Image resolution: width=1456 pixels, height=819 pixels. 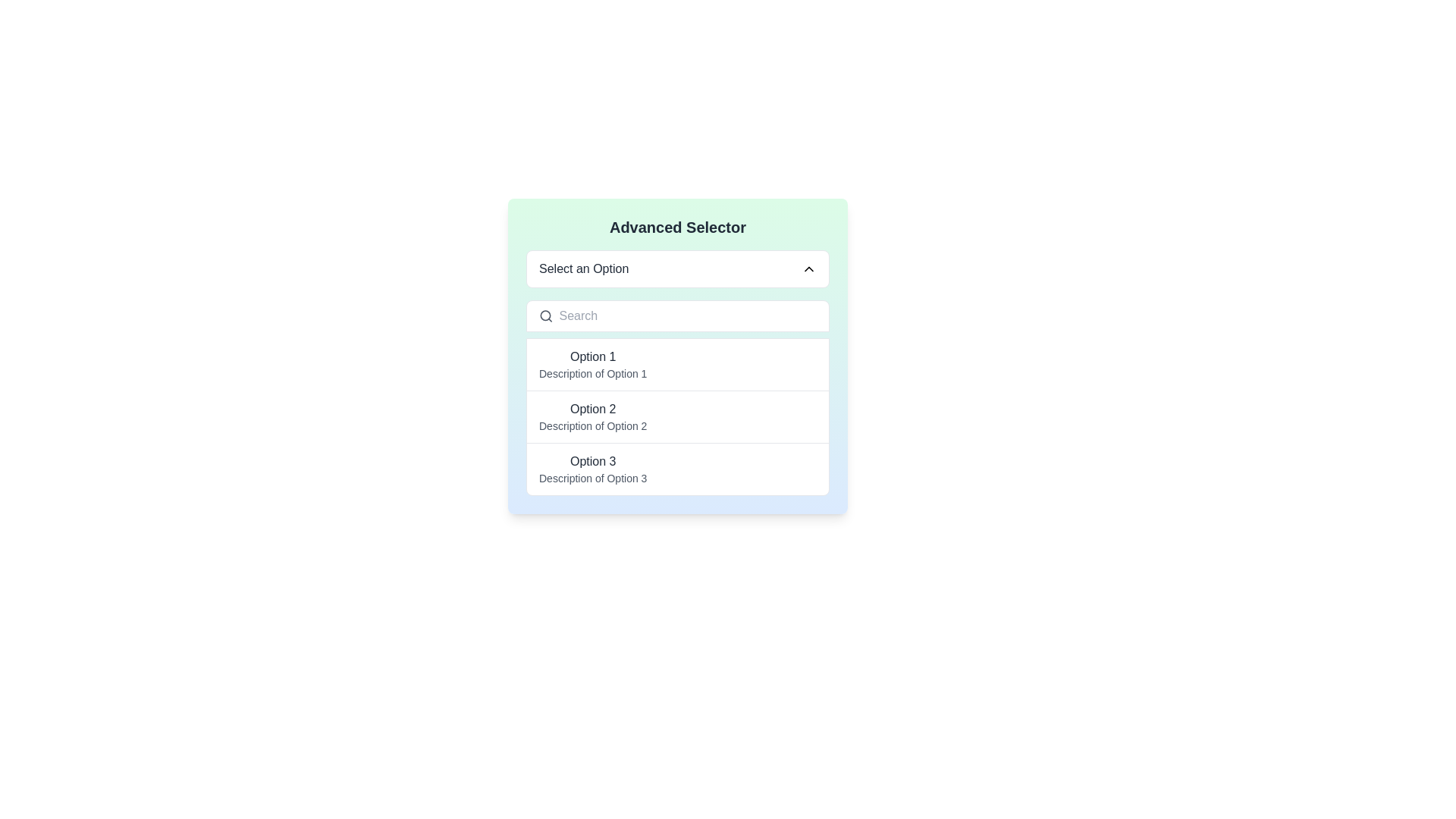 I want to click on the 'Option 2' list item in the dropdown menu, so click(x=592, y=417).